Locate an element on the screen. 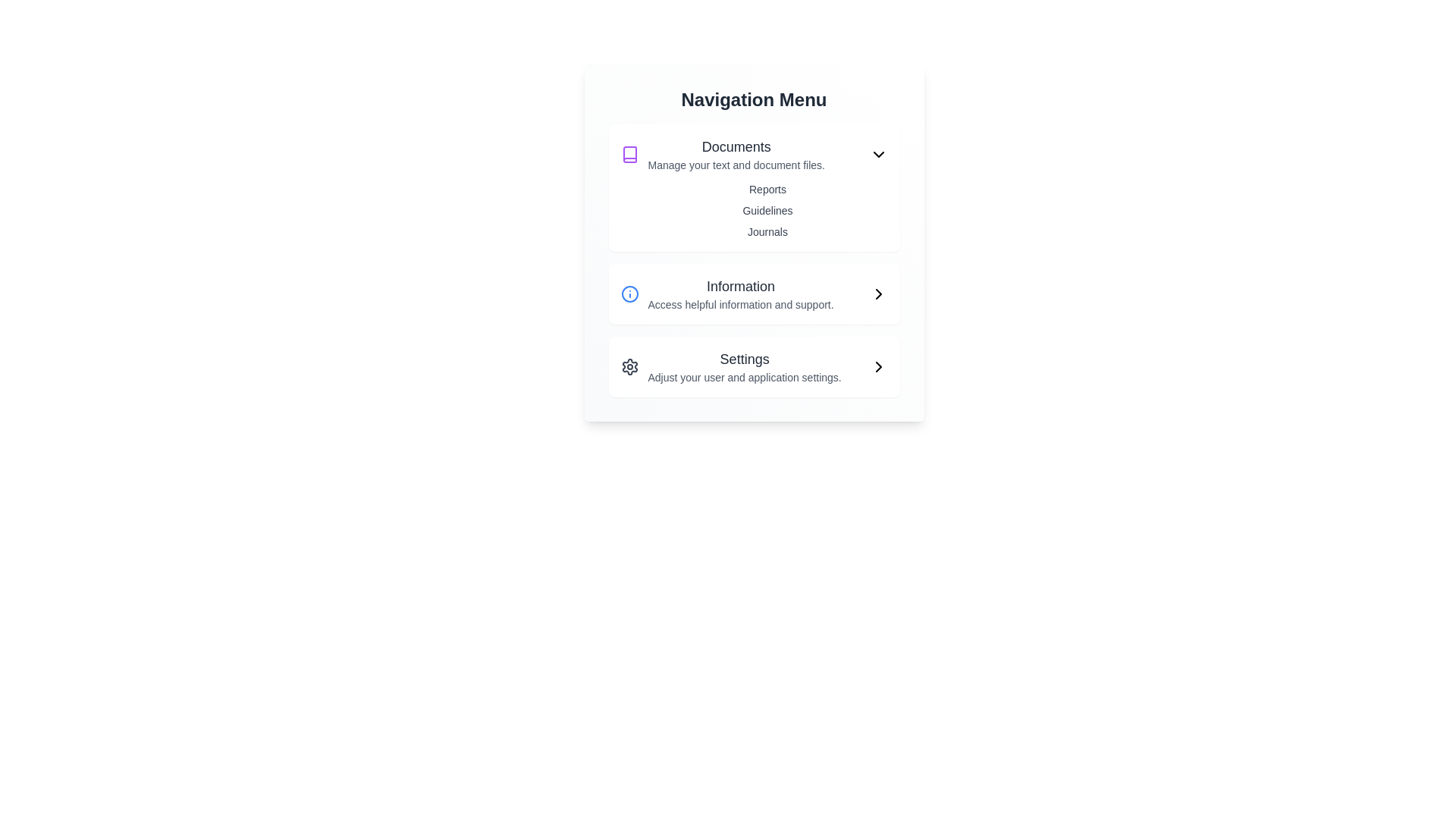  the vertical list containing 'Reports', 'Guidelines', and 'Journals' in the 'Documents' section of the navigation menu is located at coordinates (754, 210).